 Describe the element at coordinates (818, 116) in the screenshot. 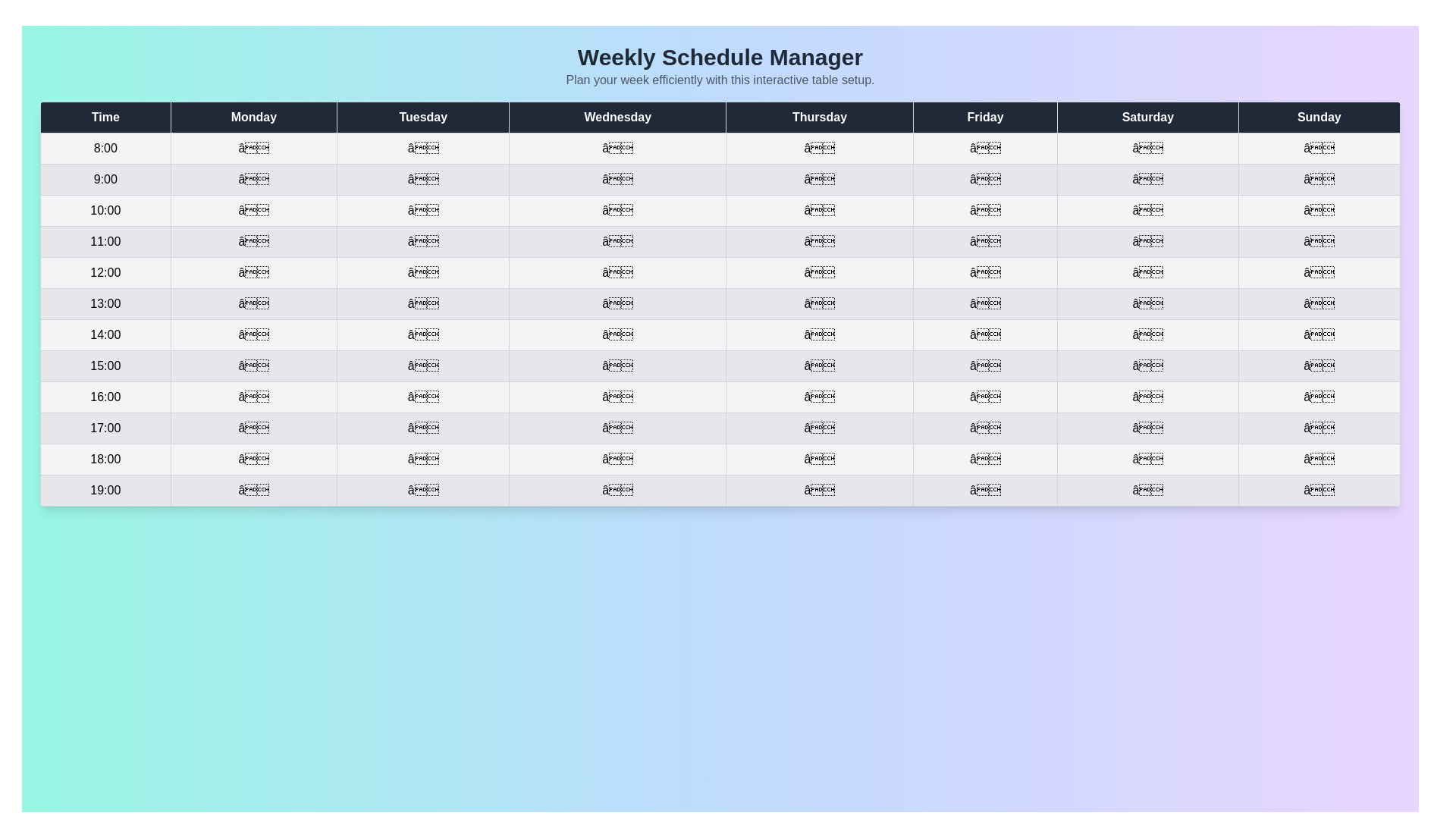

I see `the header of the column labeled Thursday to sort it` at that location.